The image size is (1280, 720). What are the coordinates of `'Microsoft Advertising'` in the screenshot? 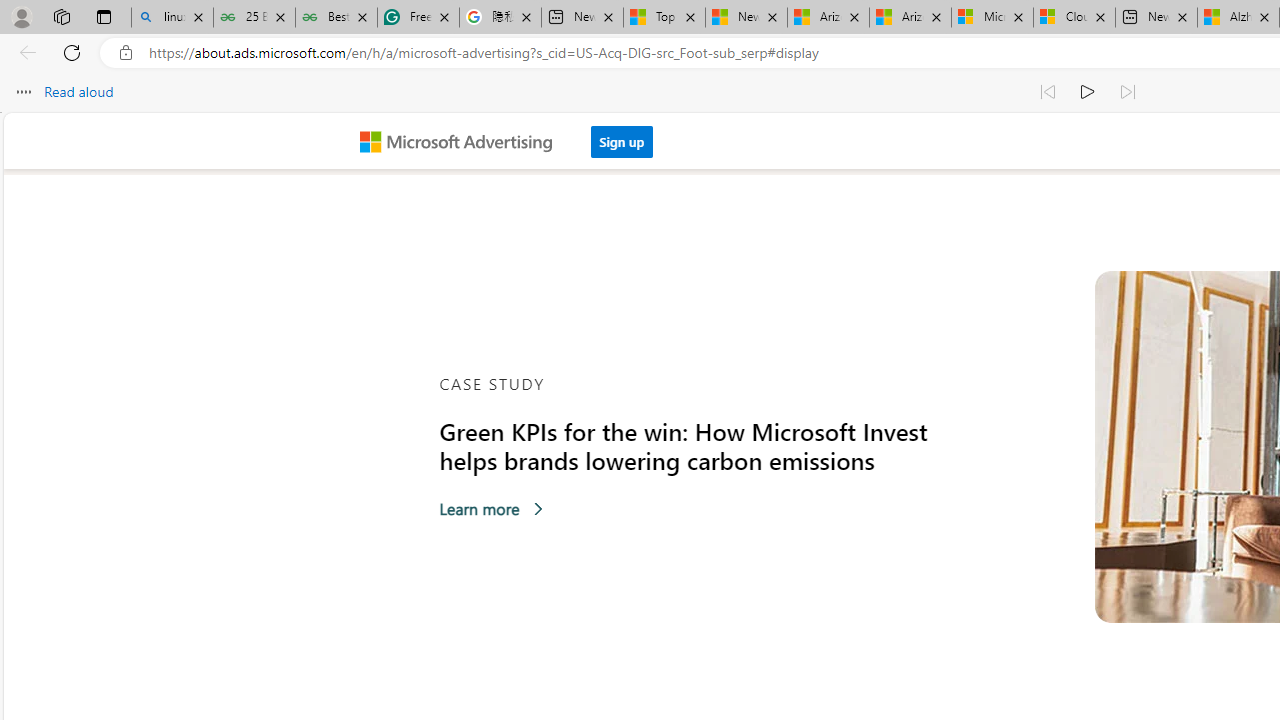 It's located at (463, 139).